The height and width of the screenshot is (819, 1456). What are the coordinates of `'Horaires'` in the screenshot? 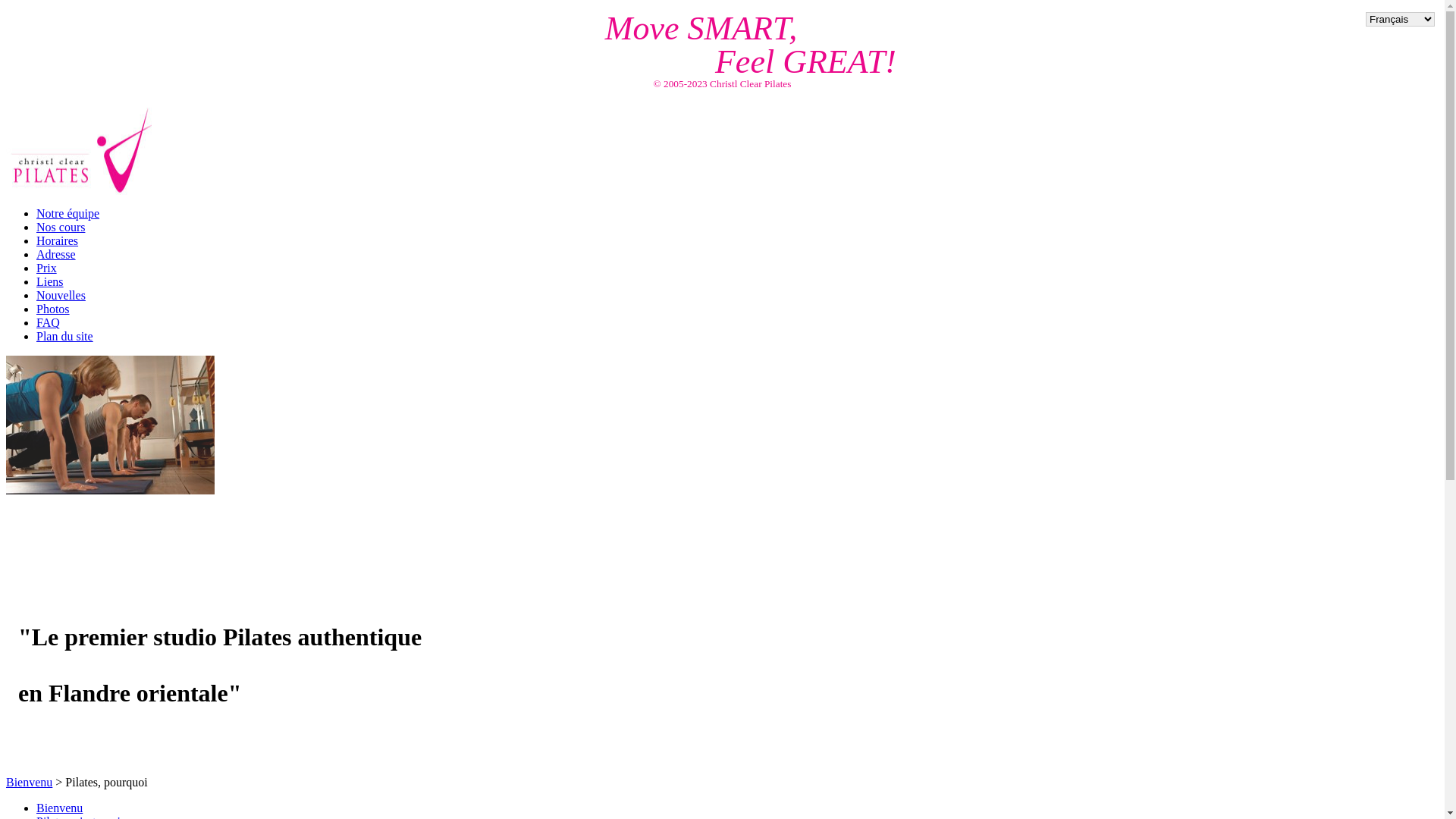 It's located at (57, 240).